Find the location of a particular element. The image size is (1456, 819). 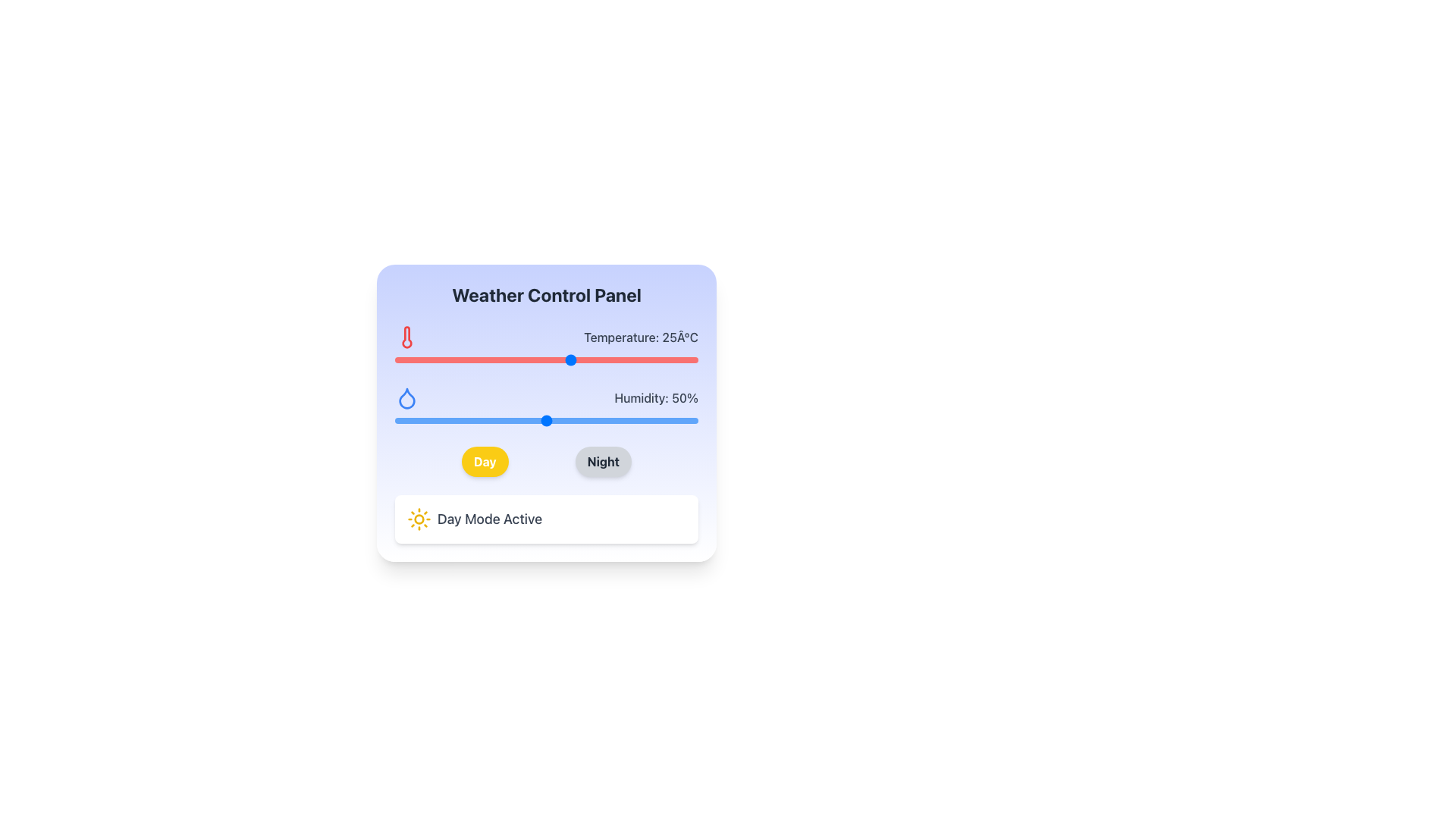

the Text Label that serves as the title for the Weather Control Panel, located at the uppermost part of the card layout is located at coordinates (546, 295).